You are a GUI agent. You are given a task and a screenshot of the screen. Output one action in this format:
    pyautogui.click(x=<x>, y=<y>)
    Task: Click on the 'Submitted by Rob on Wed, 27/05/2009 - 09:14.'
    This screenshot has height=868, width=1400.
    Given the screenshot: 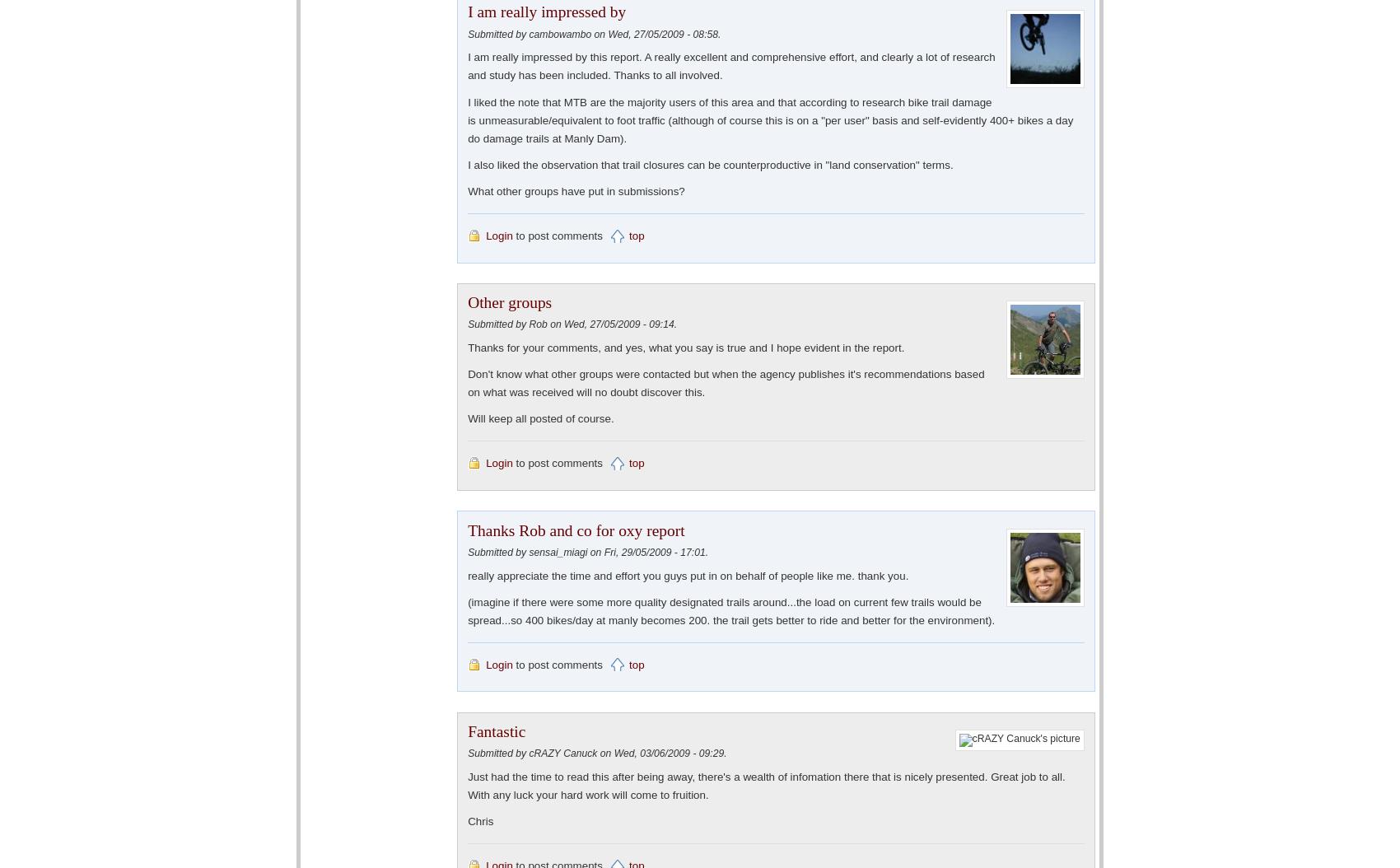 What is the action you would take?
    pyautogui.click(x=572, y=323)
    